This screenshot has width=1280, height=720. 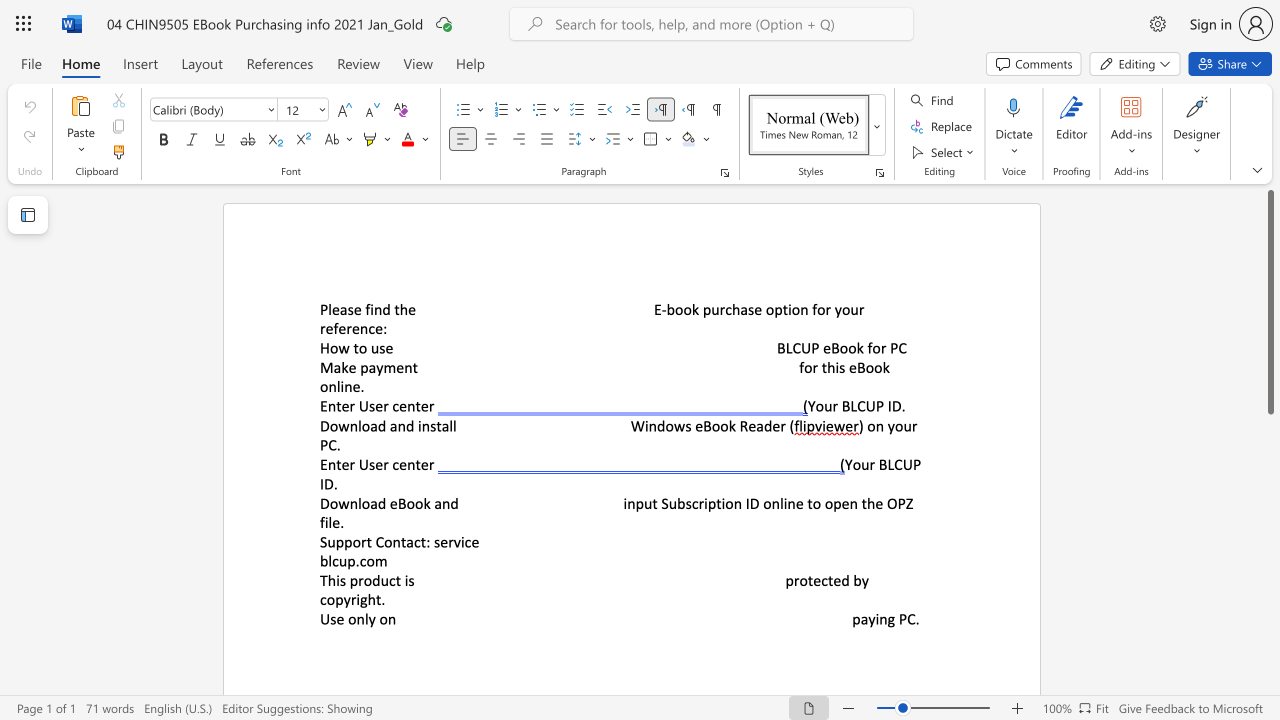 What do you see at coordinates (890, 618) in the screenshot?
I see `the 1th character "g" in the text` at bounding box center [890, 618].